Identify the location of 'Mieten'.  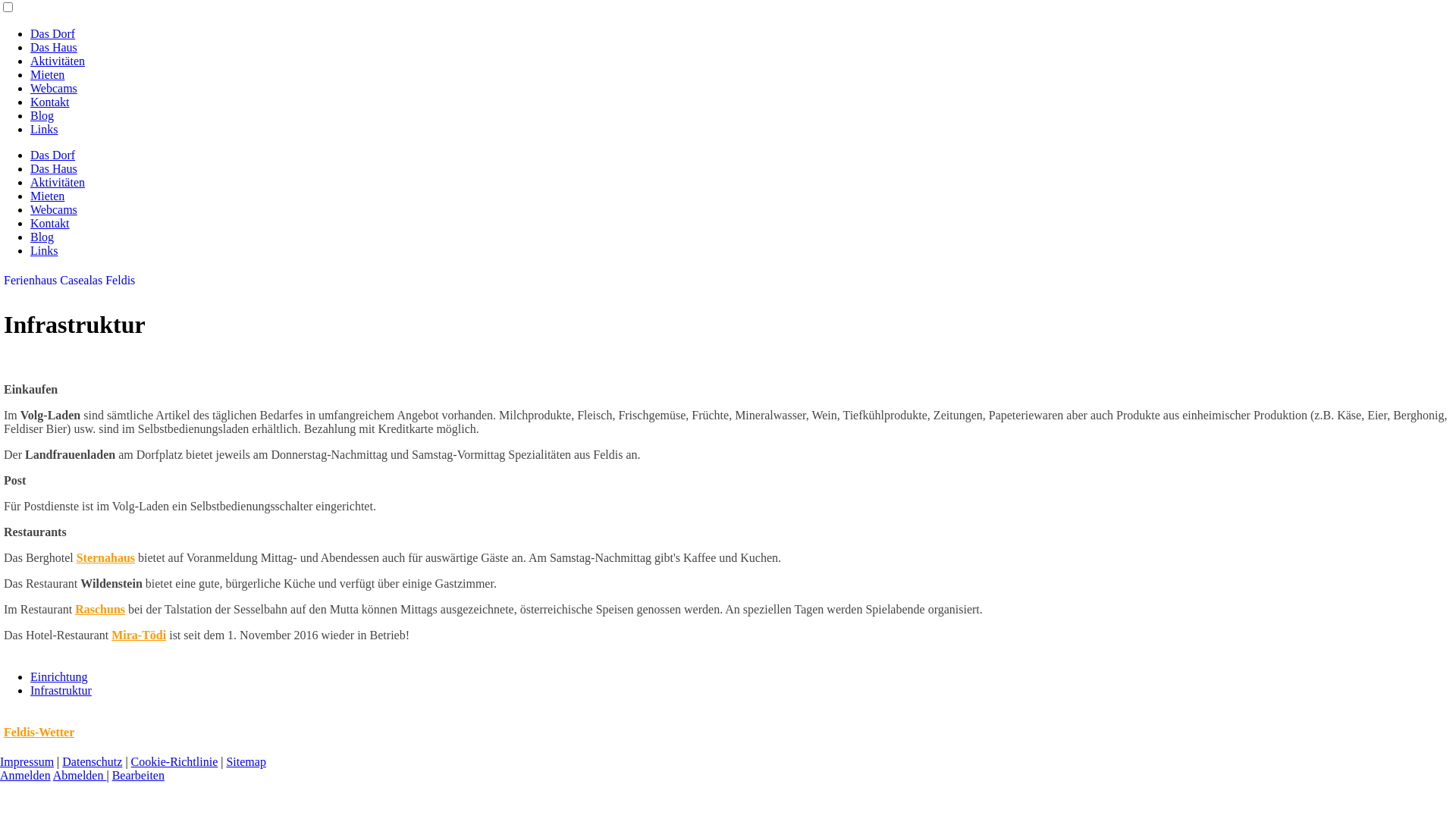
(30, 195).